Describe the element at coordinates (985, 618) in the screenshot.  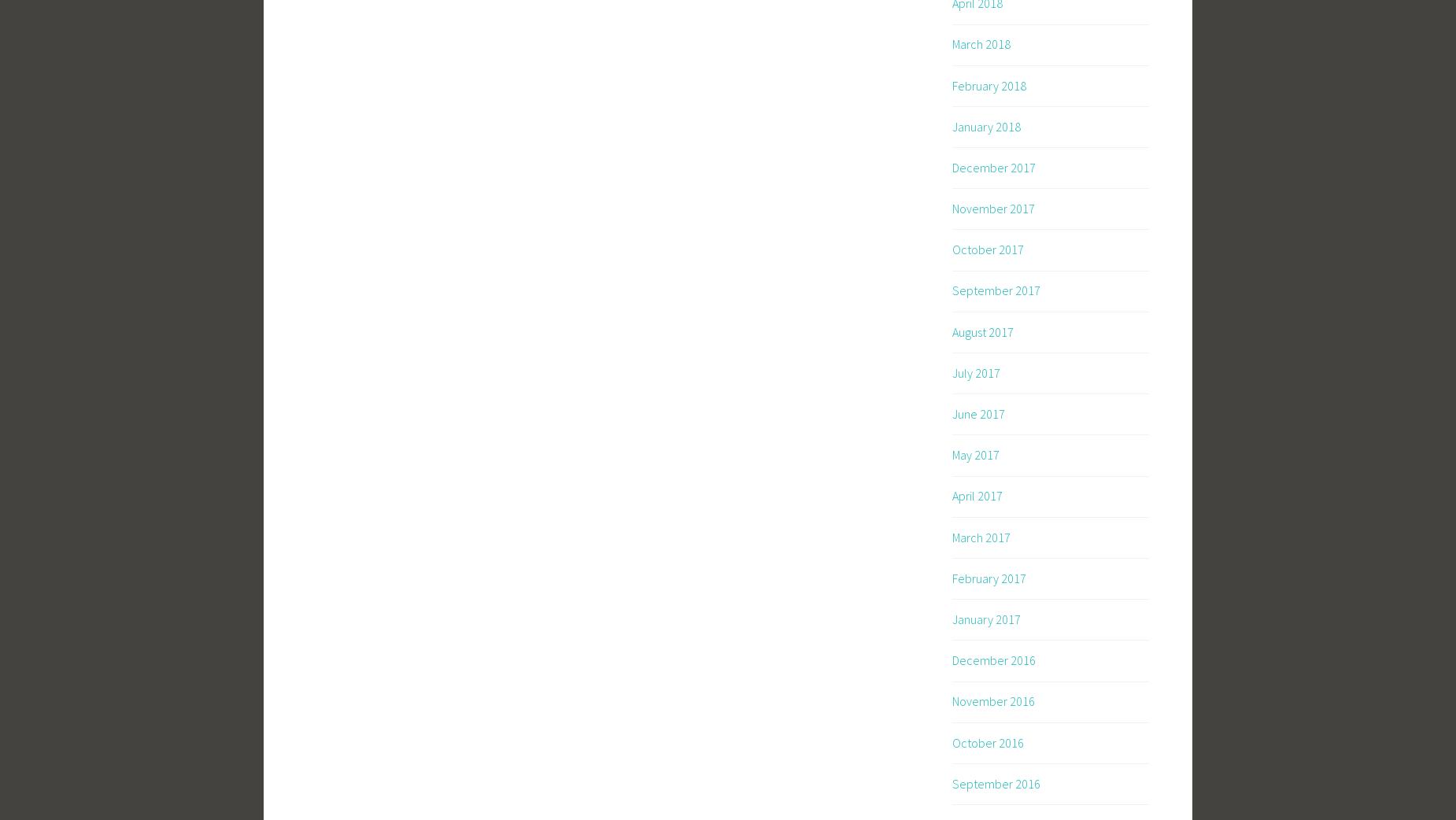
I see `'January 2017'` at that location.